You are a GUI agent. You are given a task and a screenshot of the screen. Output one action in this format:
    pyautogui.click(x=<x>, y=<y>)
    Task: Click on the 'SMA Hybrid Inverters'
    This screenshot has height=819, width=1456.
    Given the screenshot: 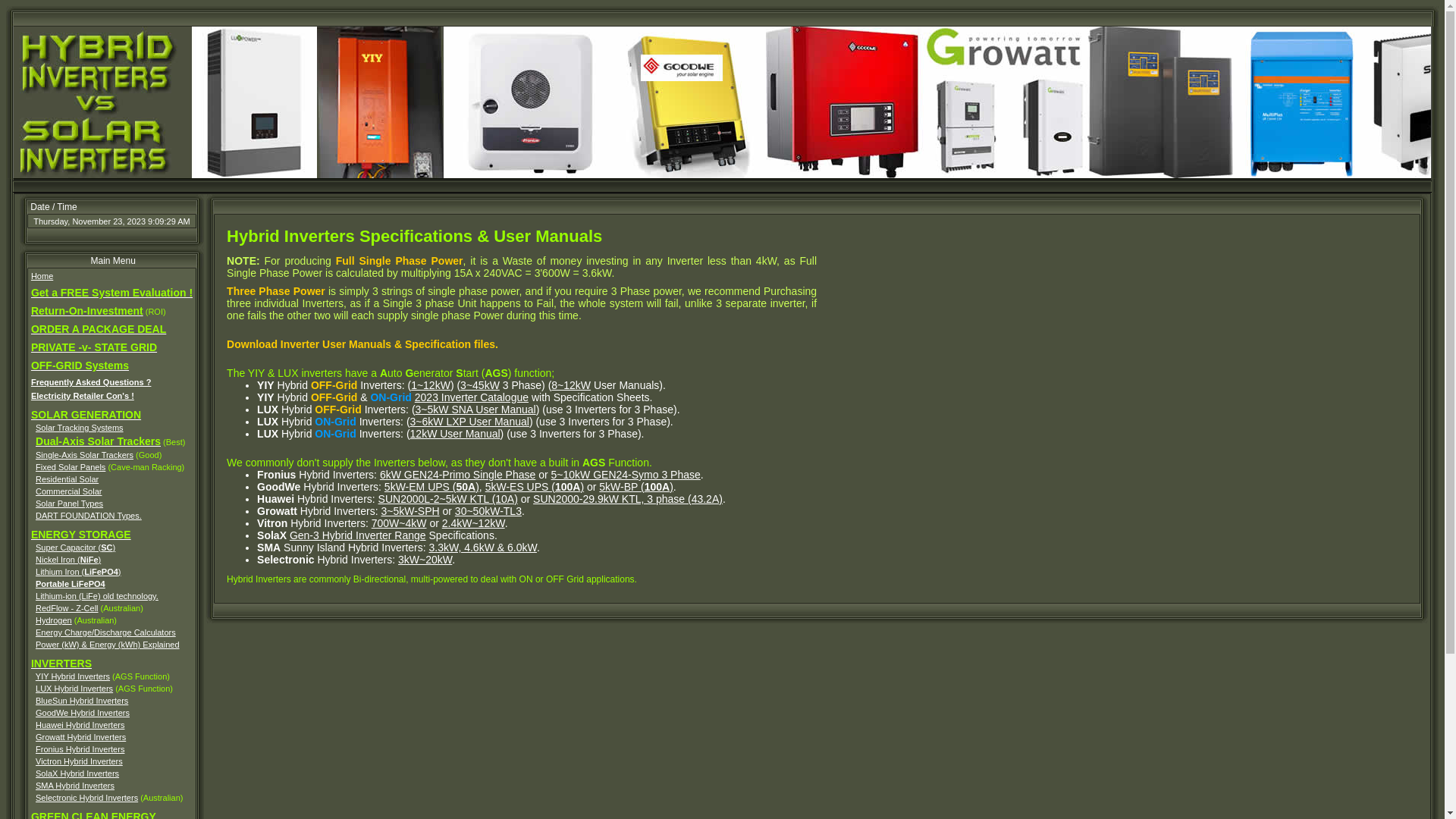 What is the action you would take?
    pyautogui.click(x=74, y=785)
    